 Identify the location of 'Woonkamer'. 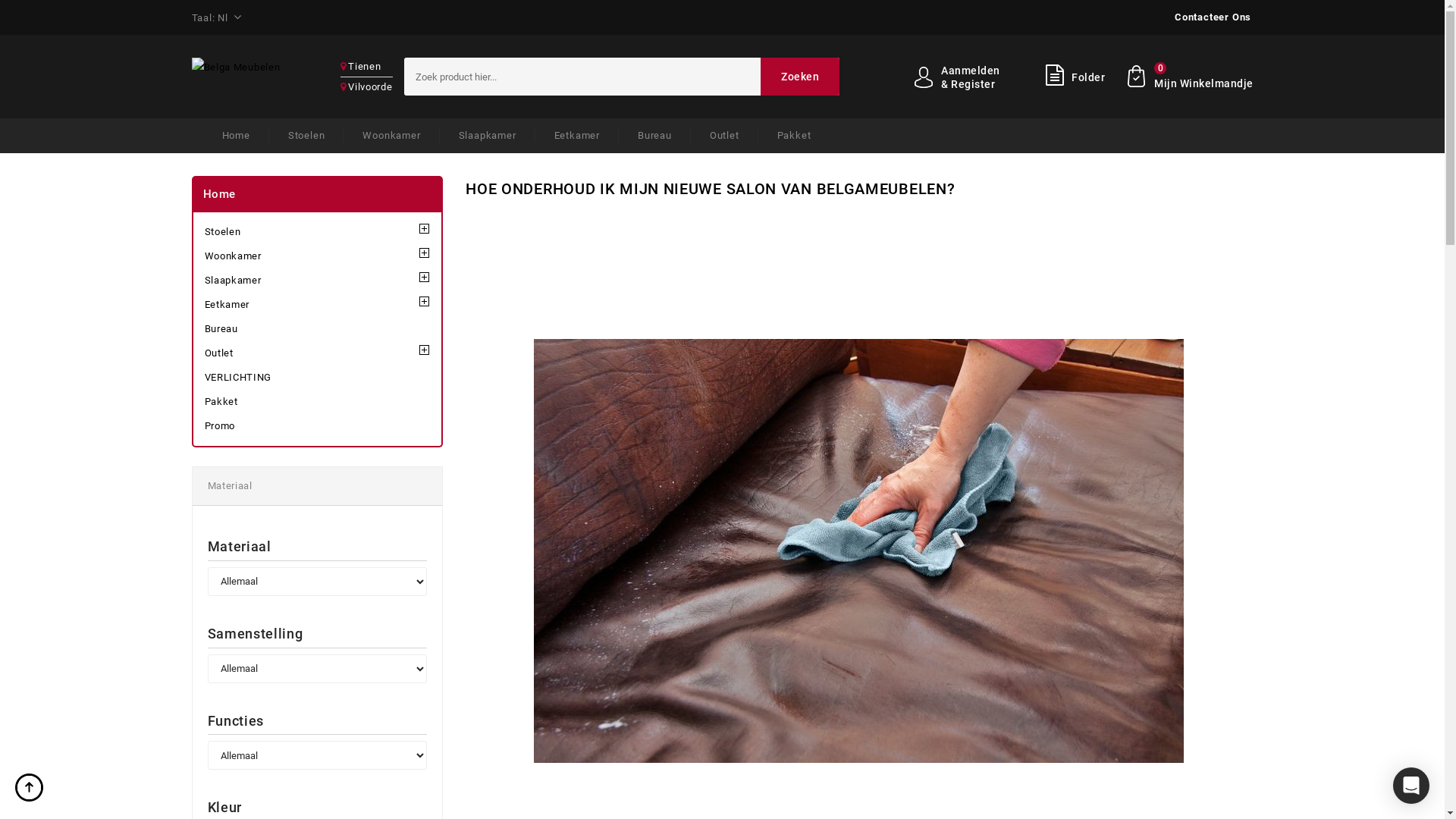
(316, 256).